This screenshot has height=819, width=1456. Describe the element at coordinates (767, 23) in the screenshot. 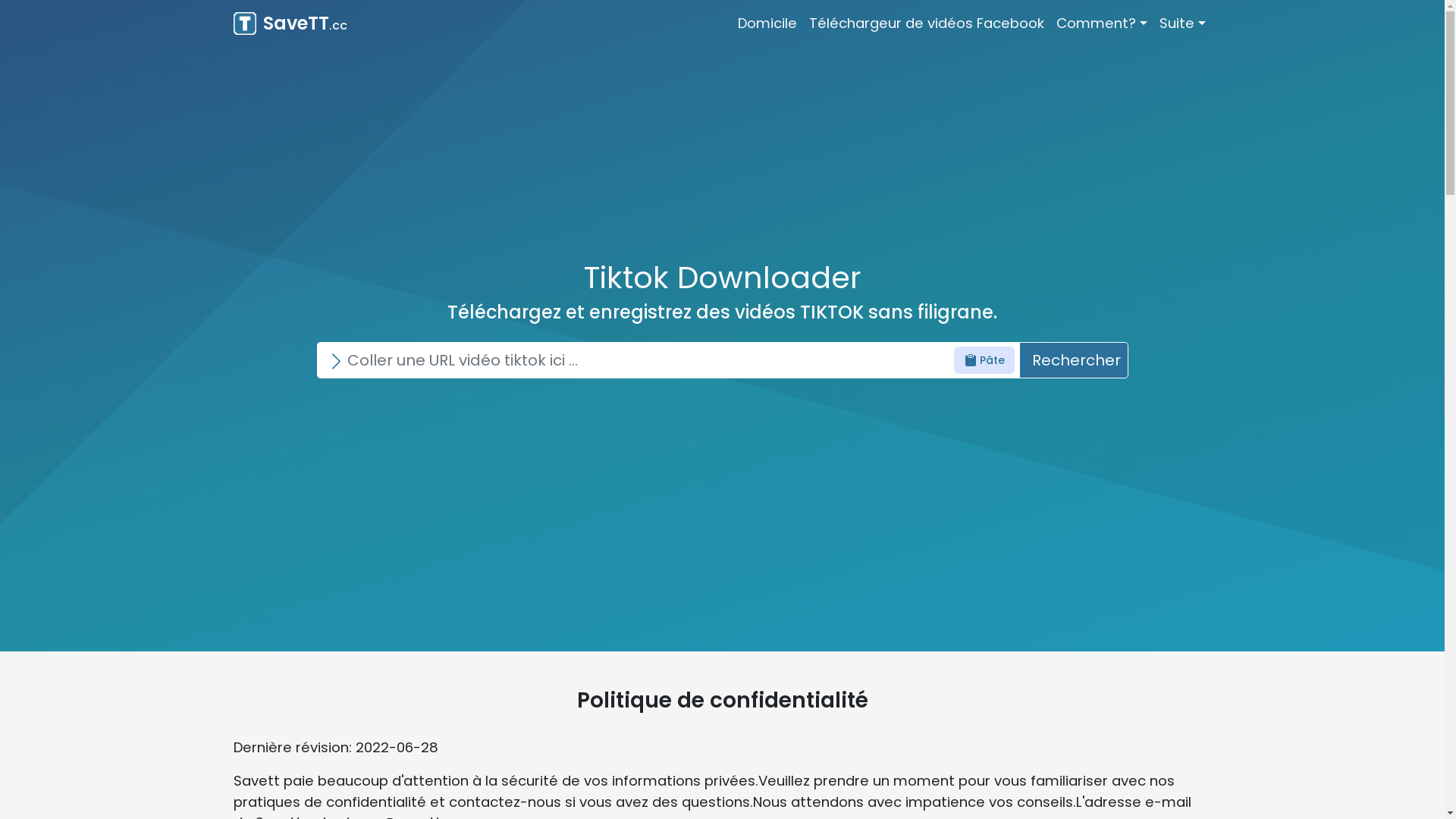

I see `'Domicile'` at that location.